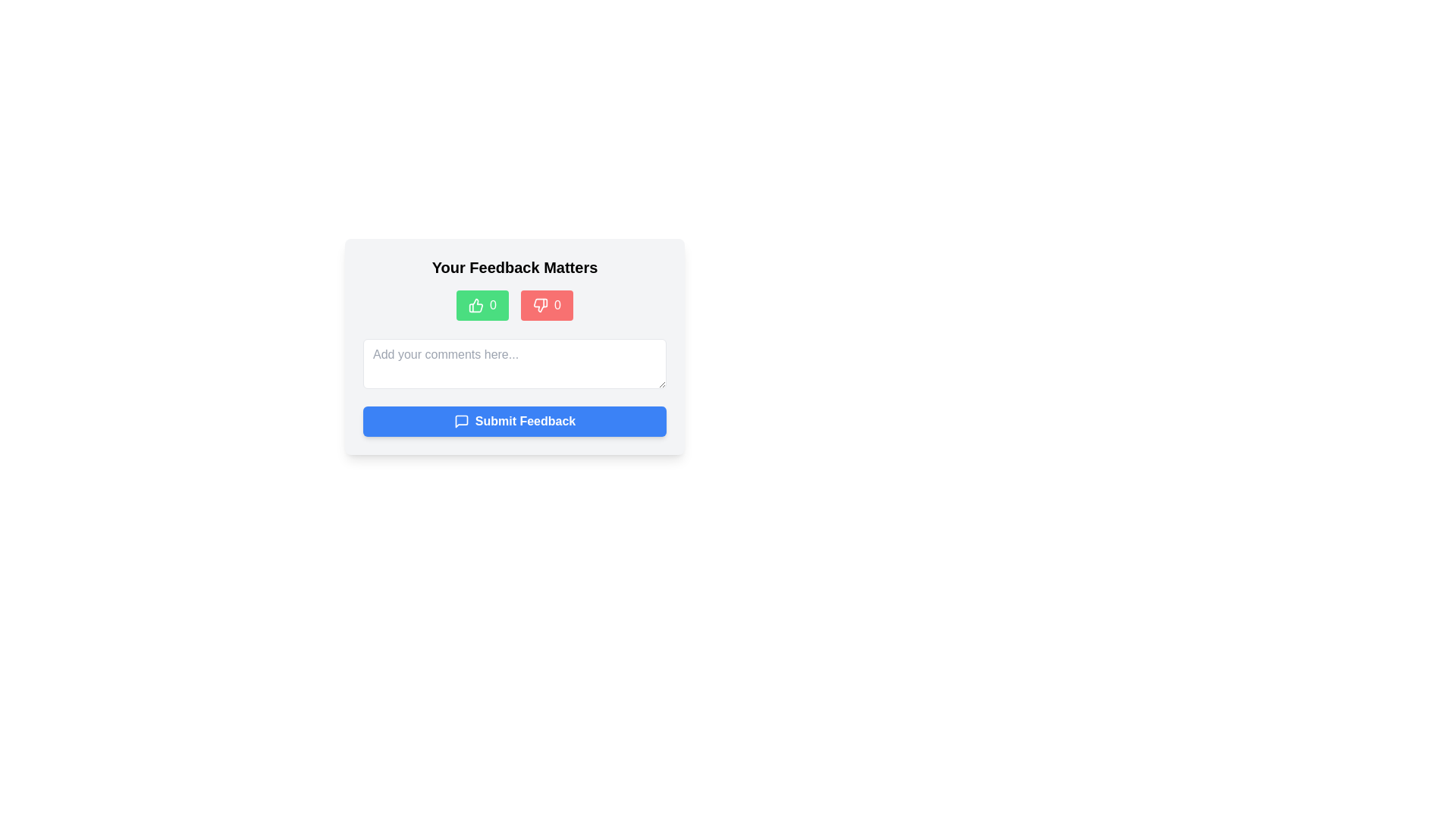  Describe the element at coordinates (557, 305) in the screenshot. I see `numeric value displayed in the text label located inside the red button grouping next to the thumbs-down icon at the bottom of the central interface section` at that location.